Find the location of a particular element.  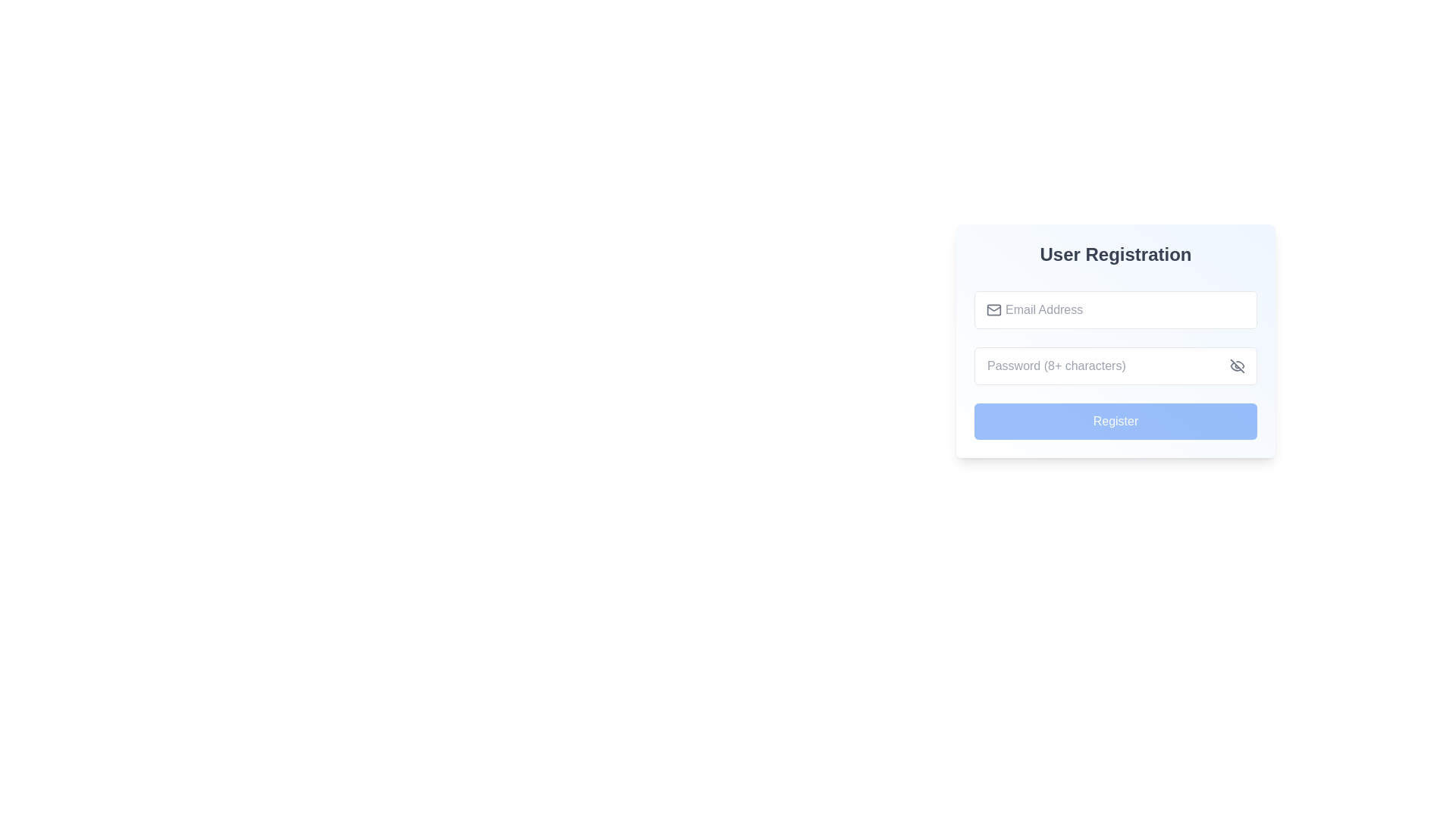

the visibility toggle element, which is a thin diagonal line styled as a strikethrough, located over the password input field in the User Registration form is located at coordinates (1238, 366).